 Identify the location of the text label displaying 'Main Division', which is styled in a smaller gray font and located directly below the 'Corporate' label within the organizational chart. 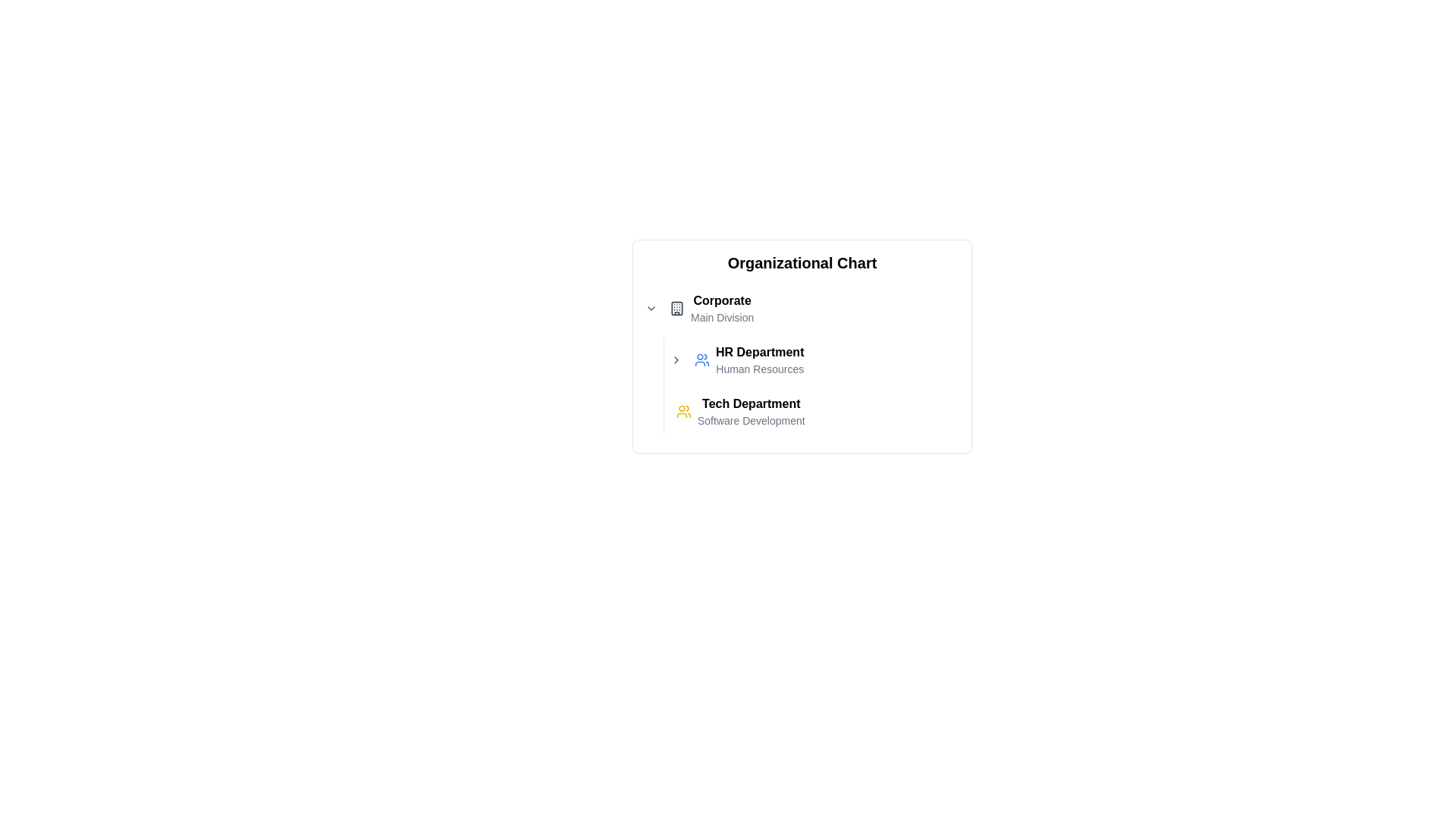
(721, 317).